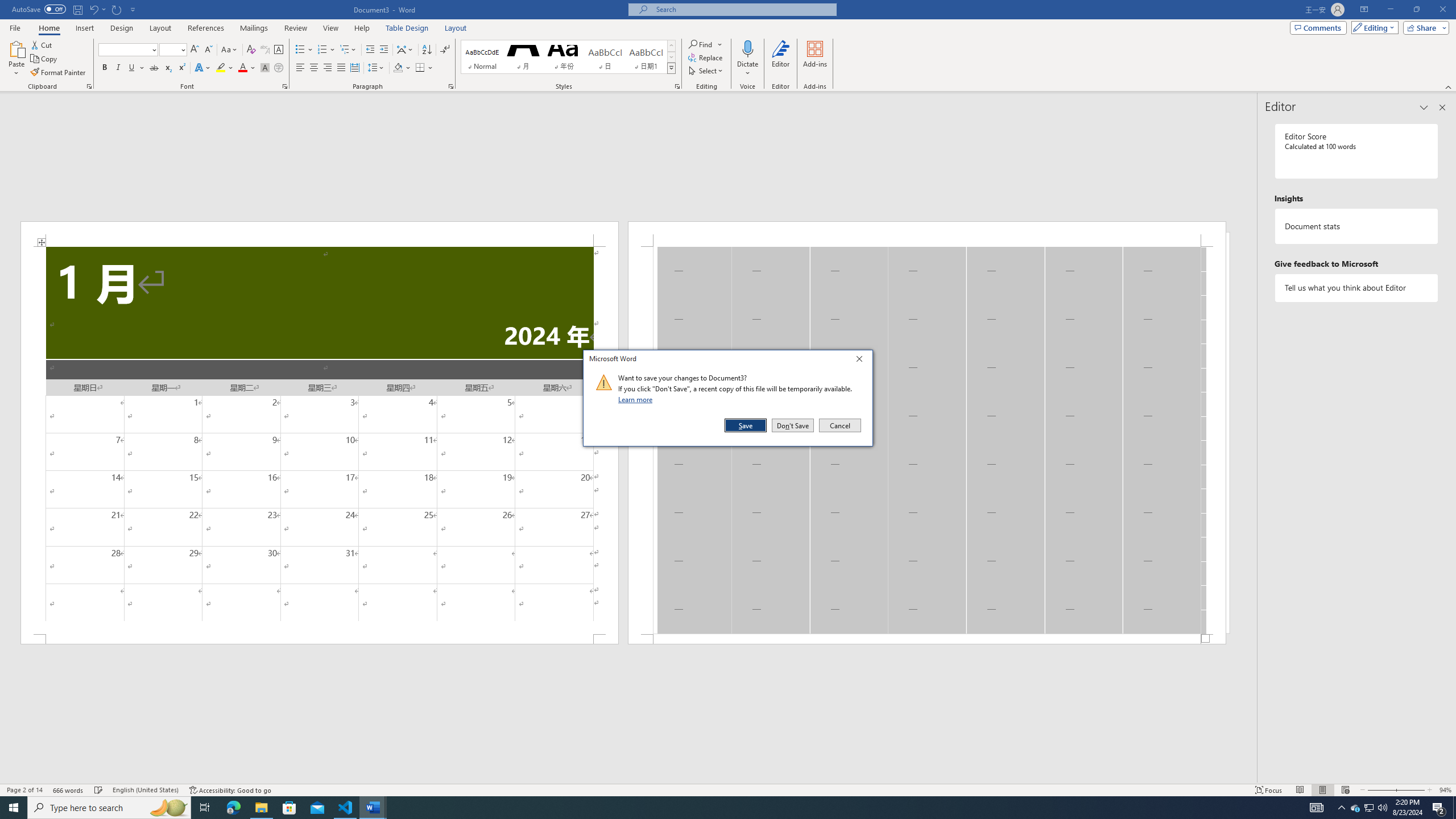 Image resolution: width=1456 pixels, height=819 pixels. I want to click on 'Font Color RGB(255, 0, 0)', so click(242, 67).